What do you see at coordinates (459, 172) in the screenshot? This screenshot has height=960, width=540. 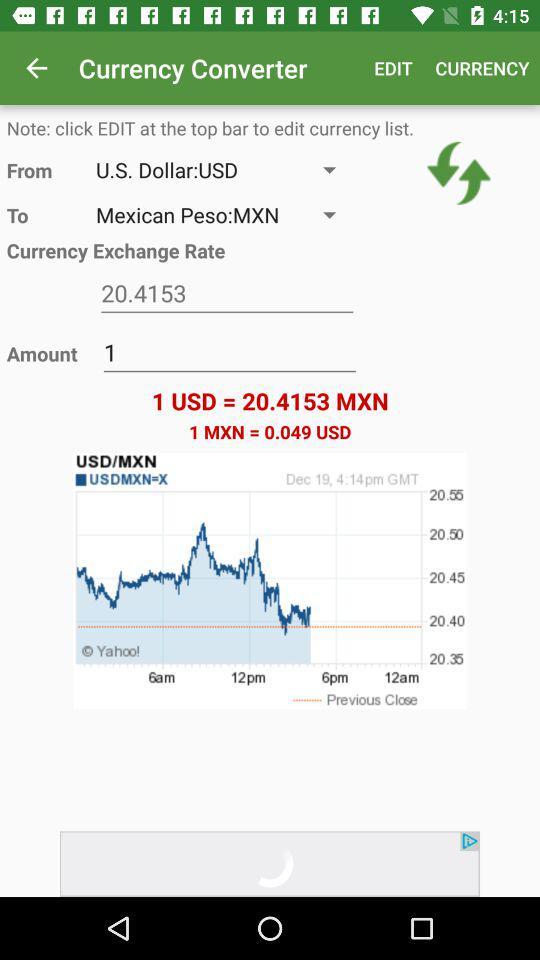 I see `icon to the right of note click edit icon` at bounding box center [459, 172].